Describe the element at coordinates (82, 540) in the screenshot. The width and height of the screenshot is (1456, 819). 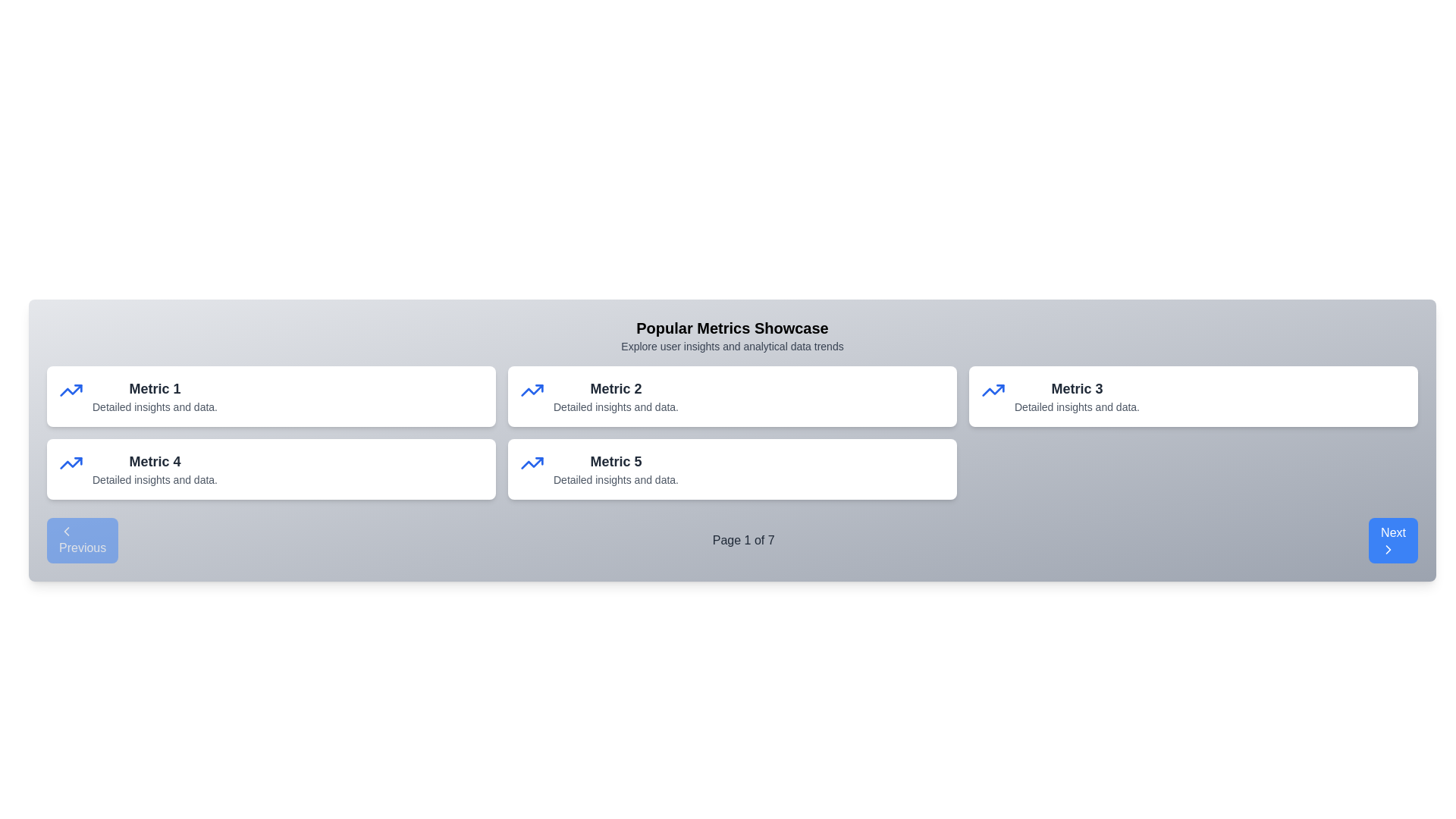
I see `the previous page navigation button located in the bottom left corner of the navigation bar to trigger hover effects` at that location.